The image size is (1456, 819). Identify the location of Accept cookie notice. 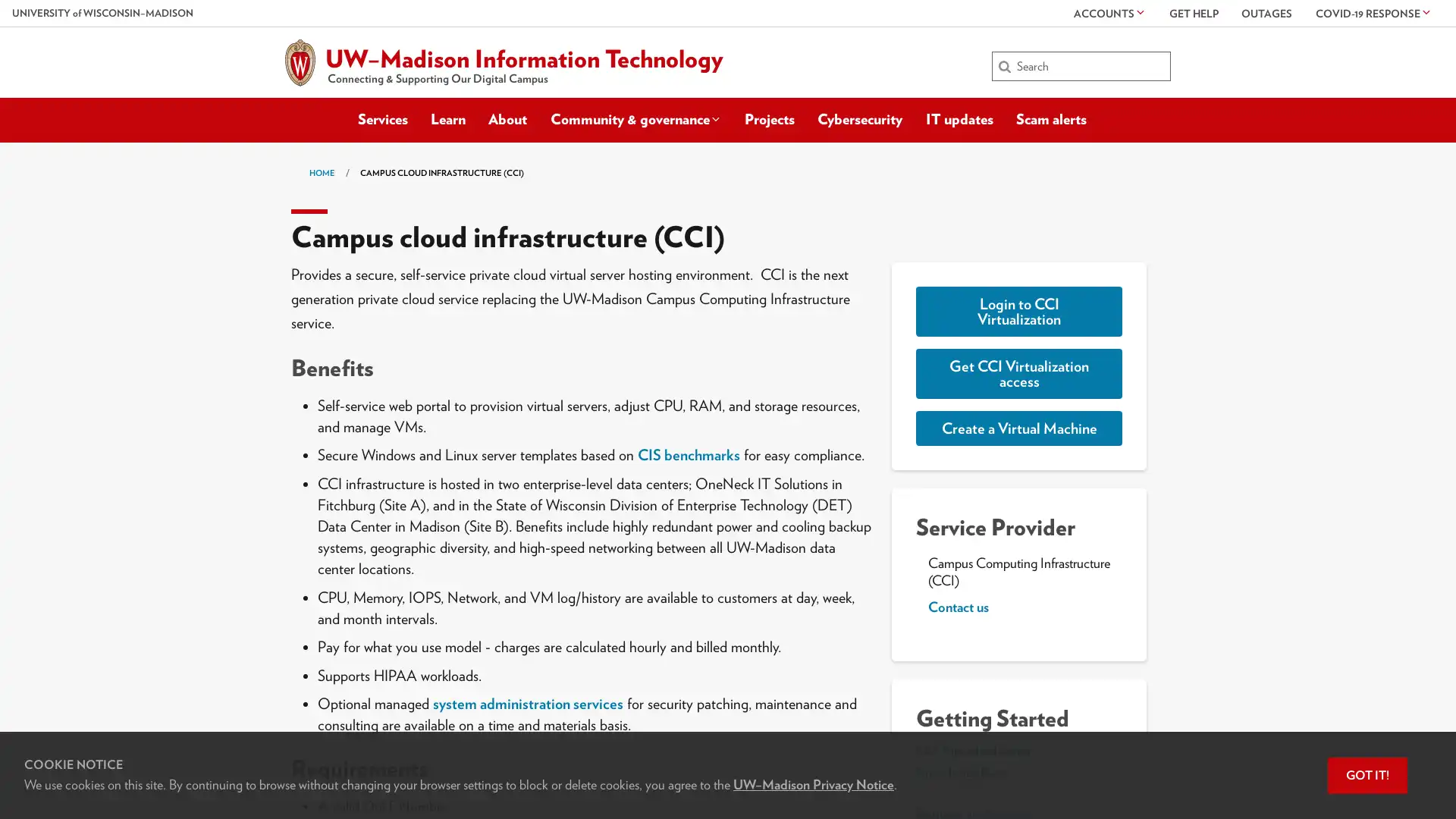
(1367, 775).